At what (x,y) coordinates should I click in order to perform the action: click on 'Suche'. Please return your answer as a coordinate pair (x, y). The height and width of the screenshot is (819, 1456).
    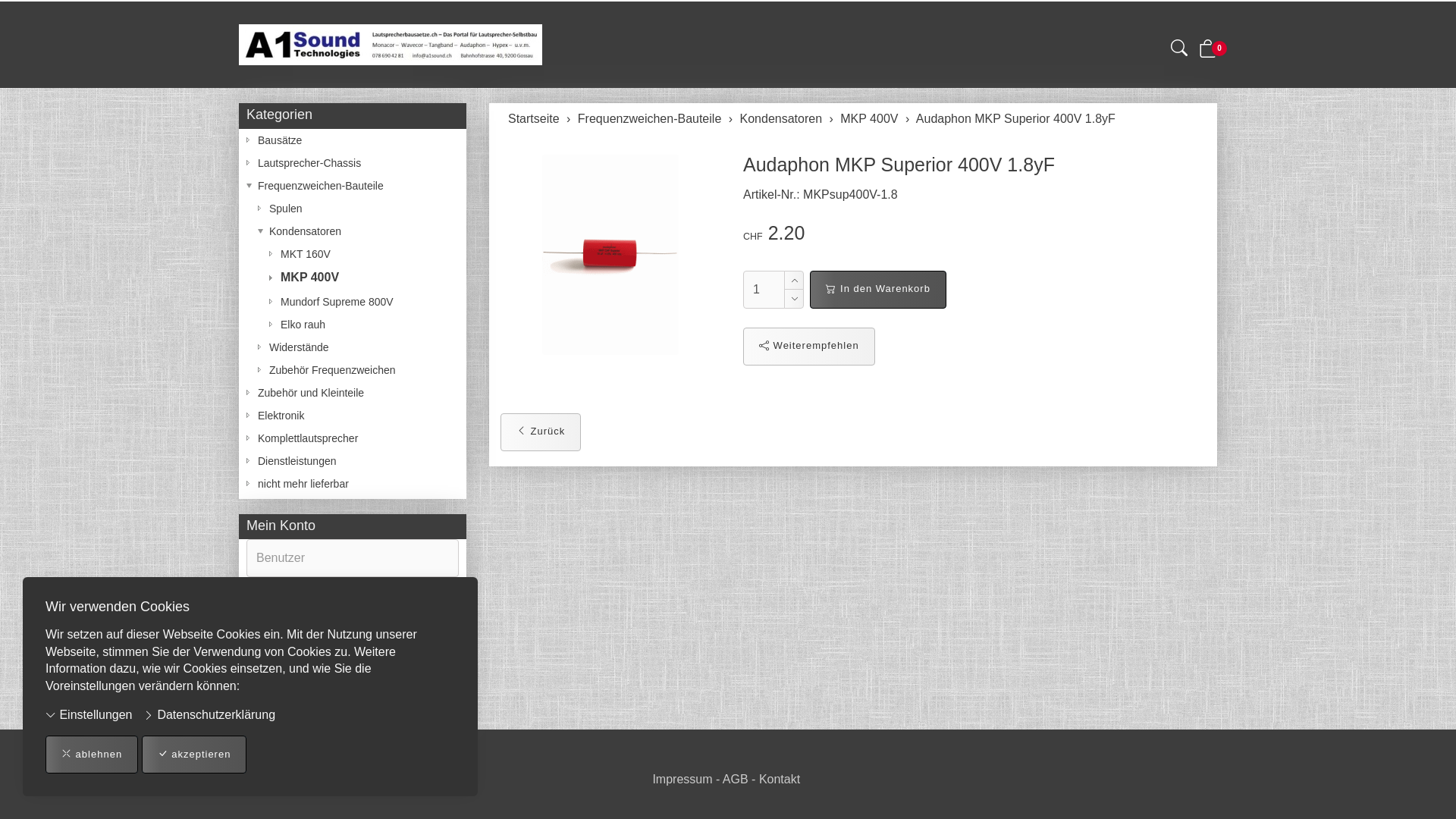
    Looking at the image, I should click on (1178, 49).